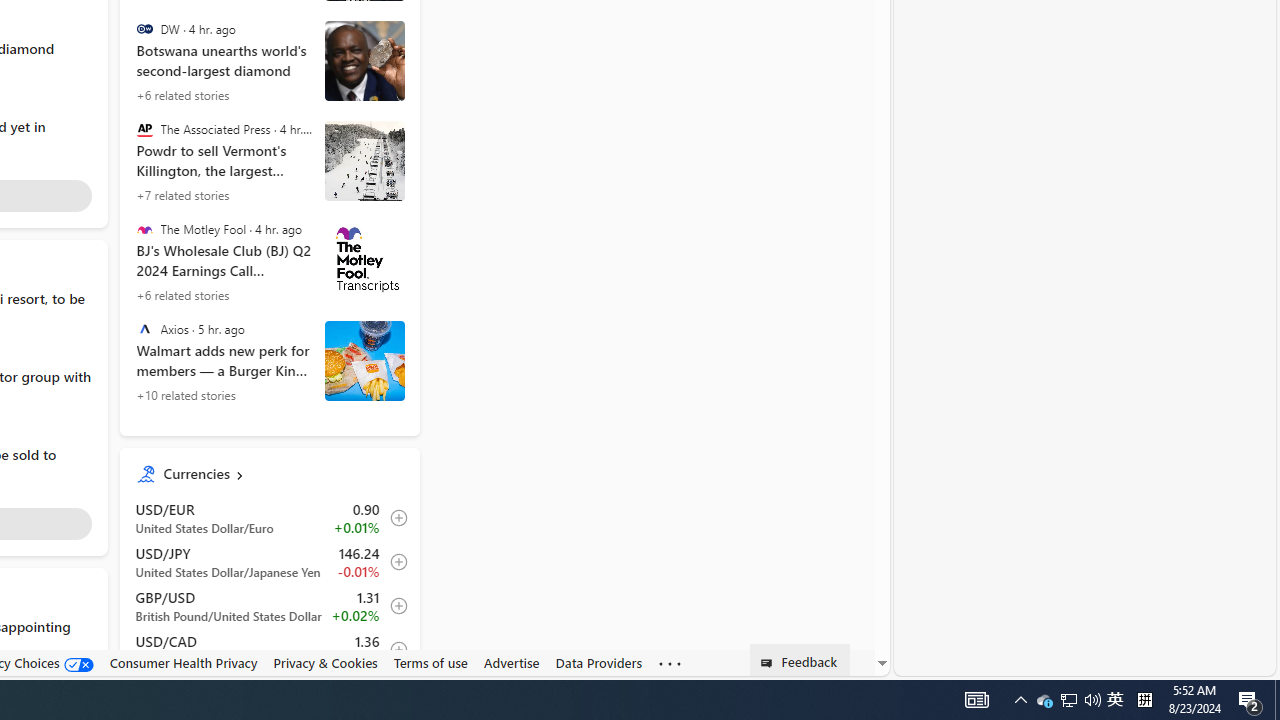  I want to click on 'Terms of use', so click(429, 662).